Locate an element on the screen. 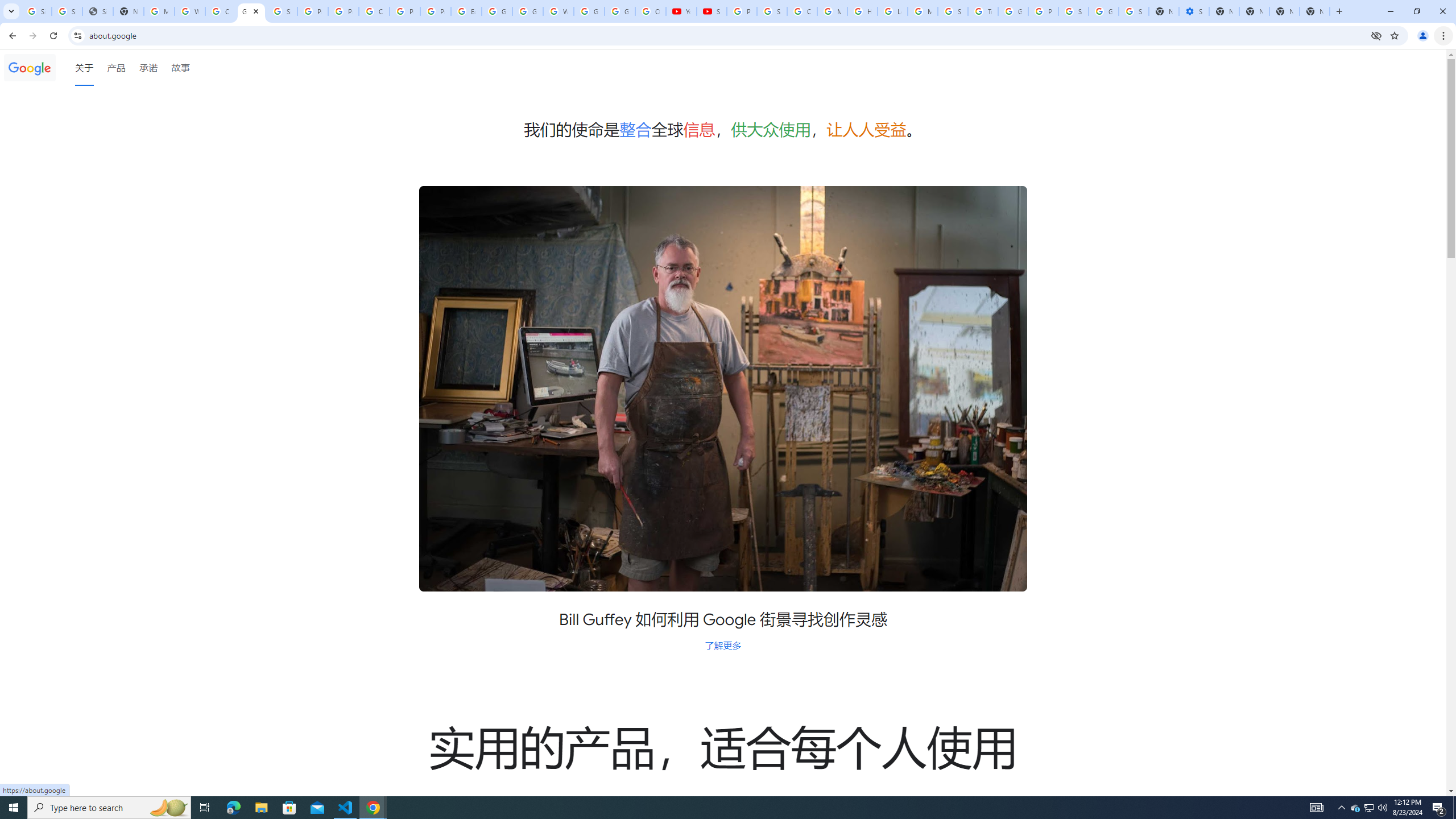  'Sign in - Google Accounts' is located at coordinates (1134, 11).